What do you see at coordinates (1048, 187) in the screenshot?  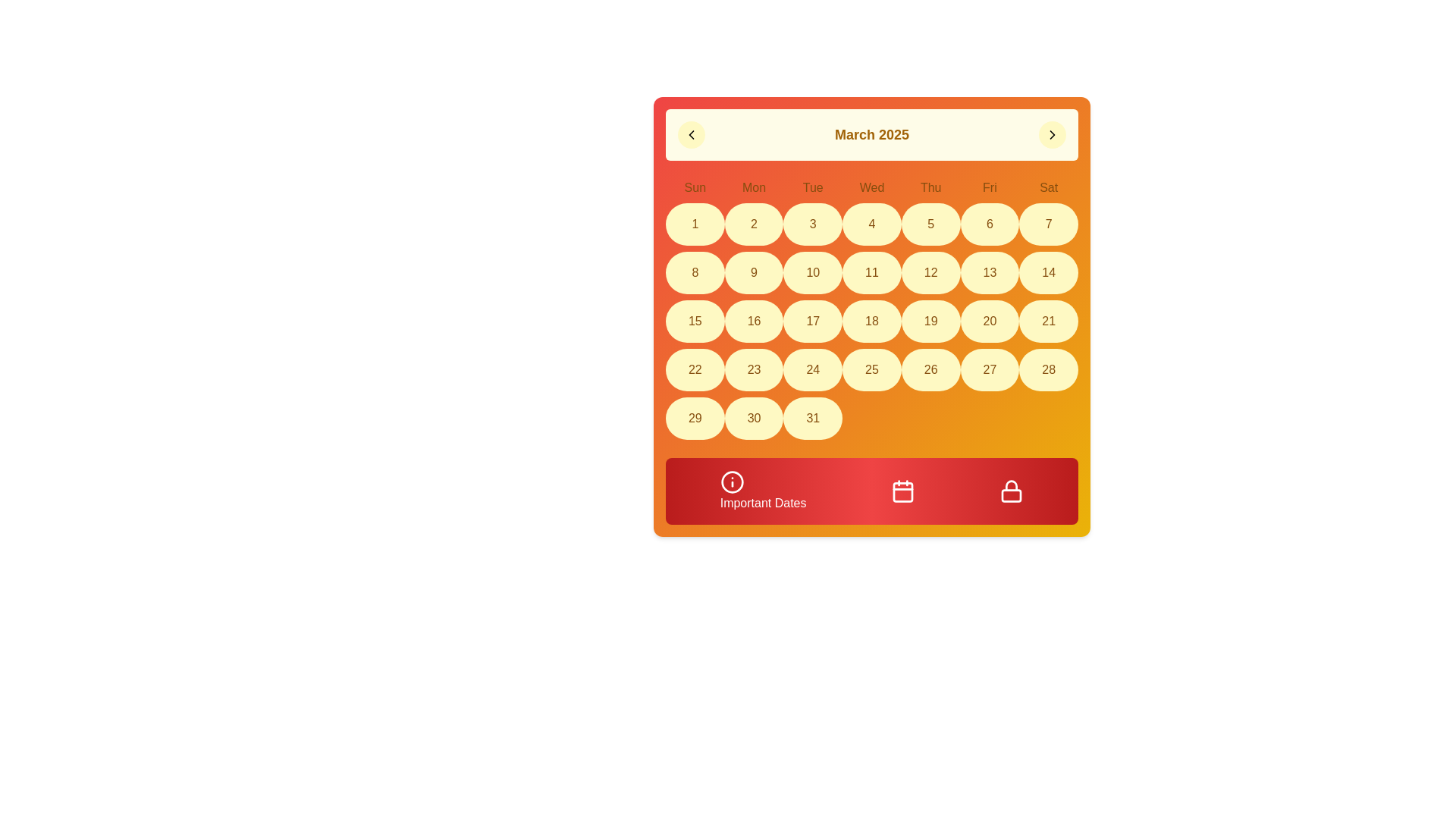 I see `the text label that displays 'Sat', which is the last day label in the row of week day names in the calendar interface` at bounding box center [1048, 187].